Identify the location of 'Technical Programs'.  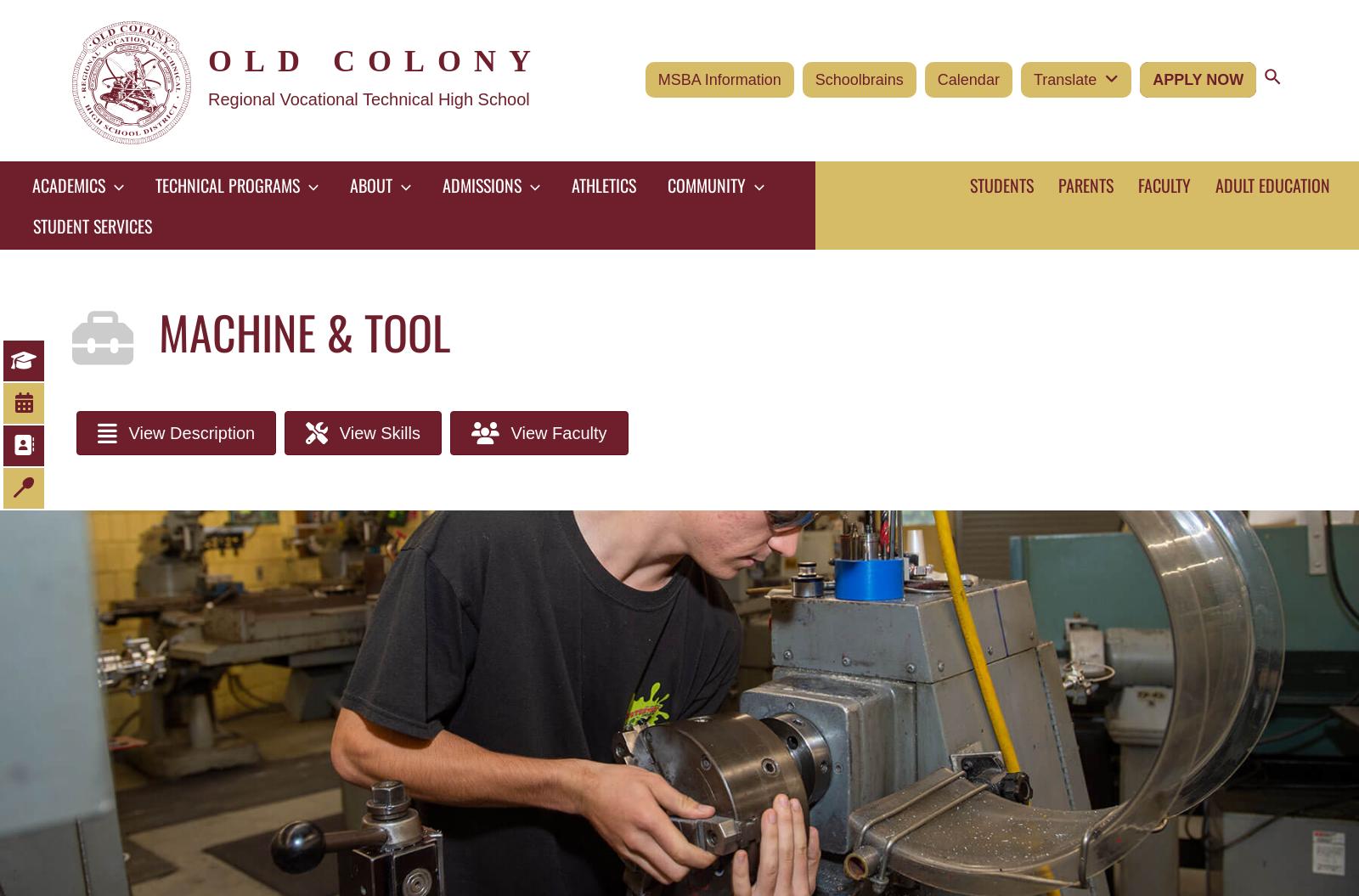
(228, 183).